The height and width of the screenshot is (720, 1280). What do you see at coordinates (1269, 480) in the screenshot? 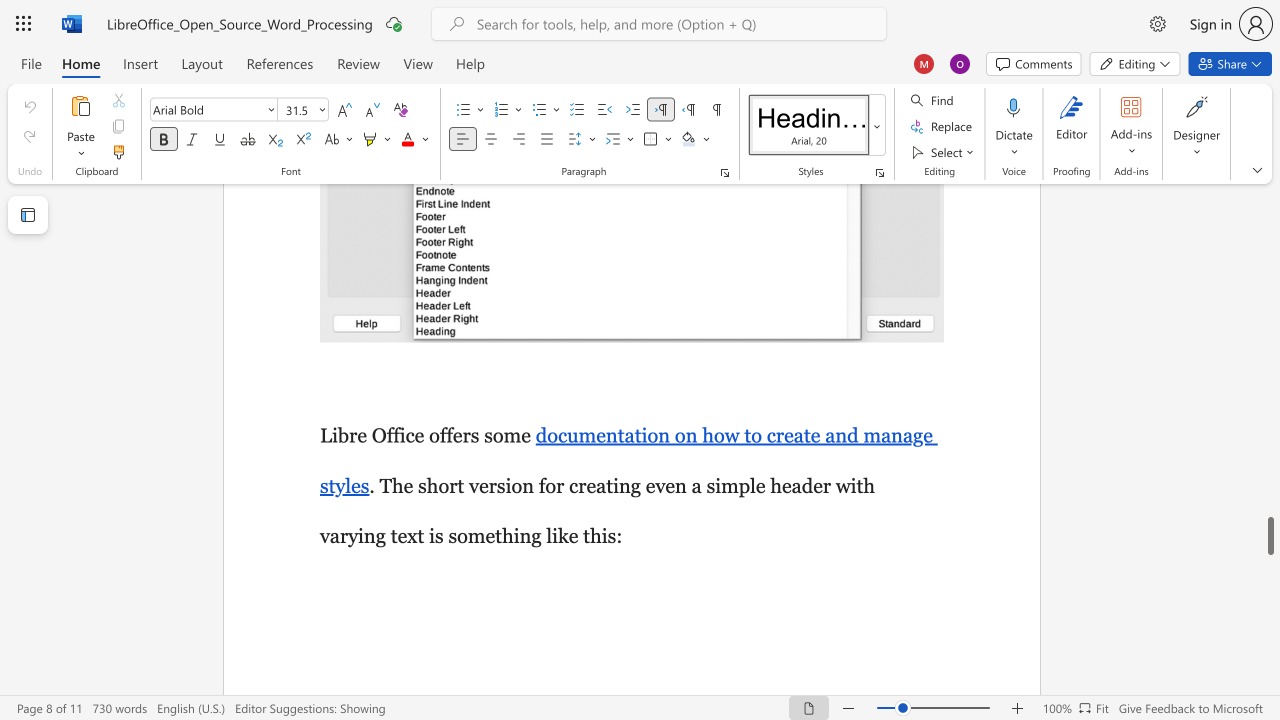
I see `the scrollbar to scroll upward` at bounding box center [1269, 480].